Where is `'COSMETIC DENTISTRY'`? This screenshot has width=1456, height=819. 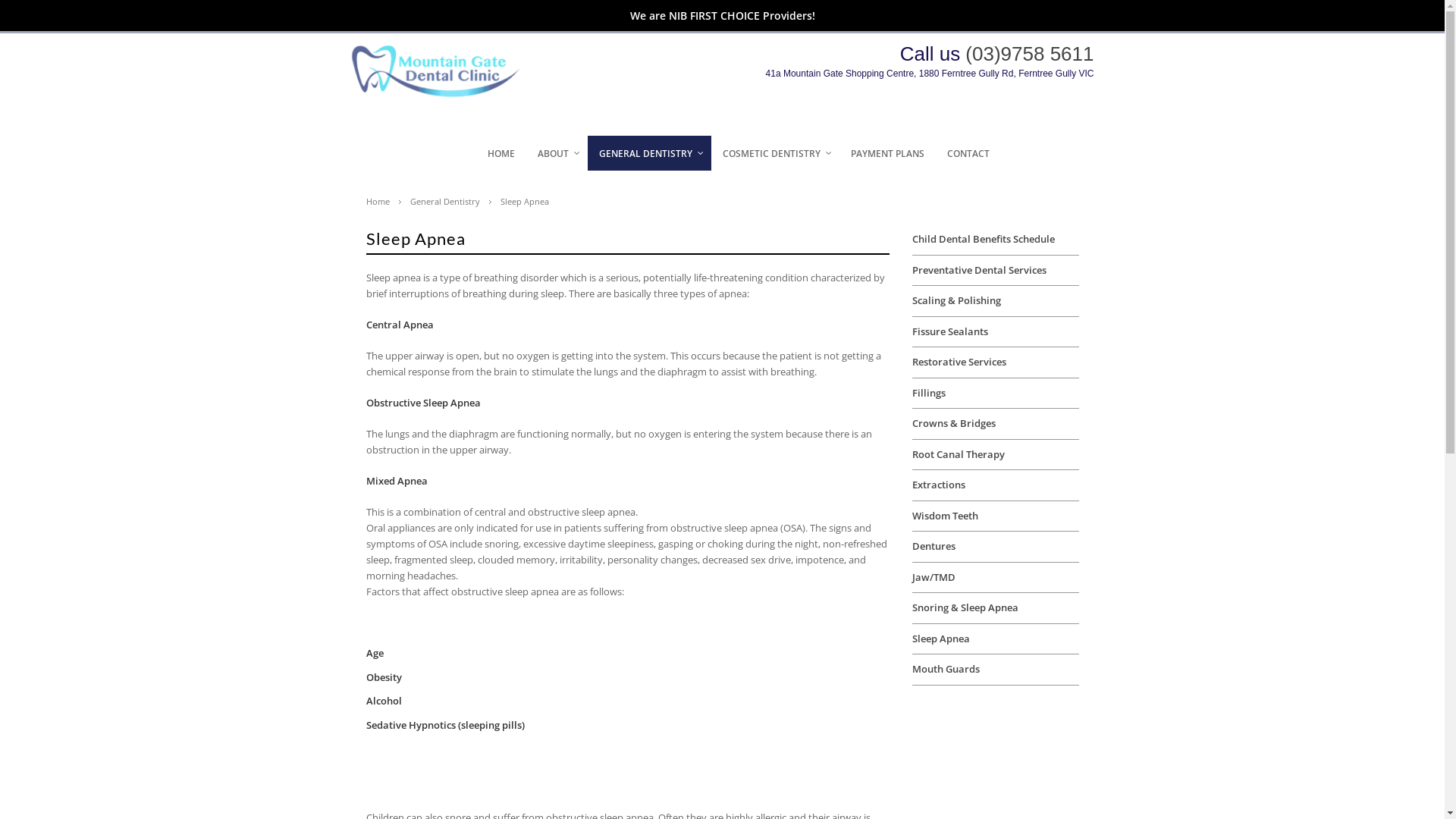
'COSMETIC DENTISTRY' is located at coordinates (775, 153).